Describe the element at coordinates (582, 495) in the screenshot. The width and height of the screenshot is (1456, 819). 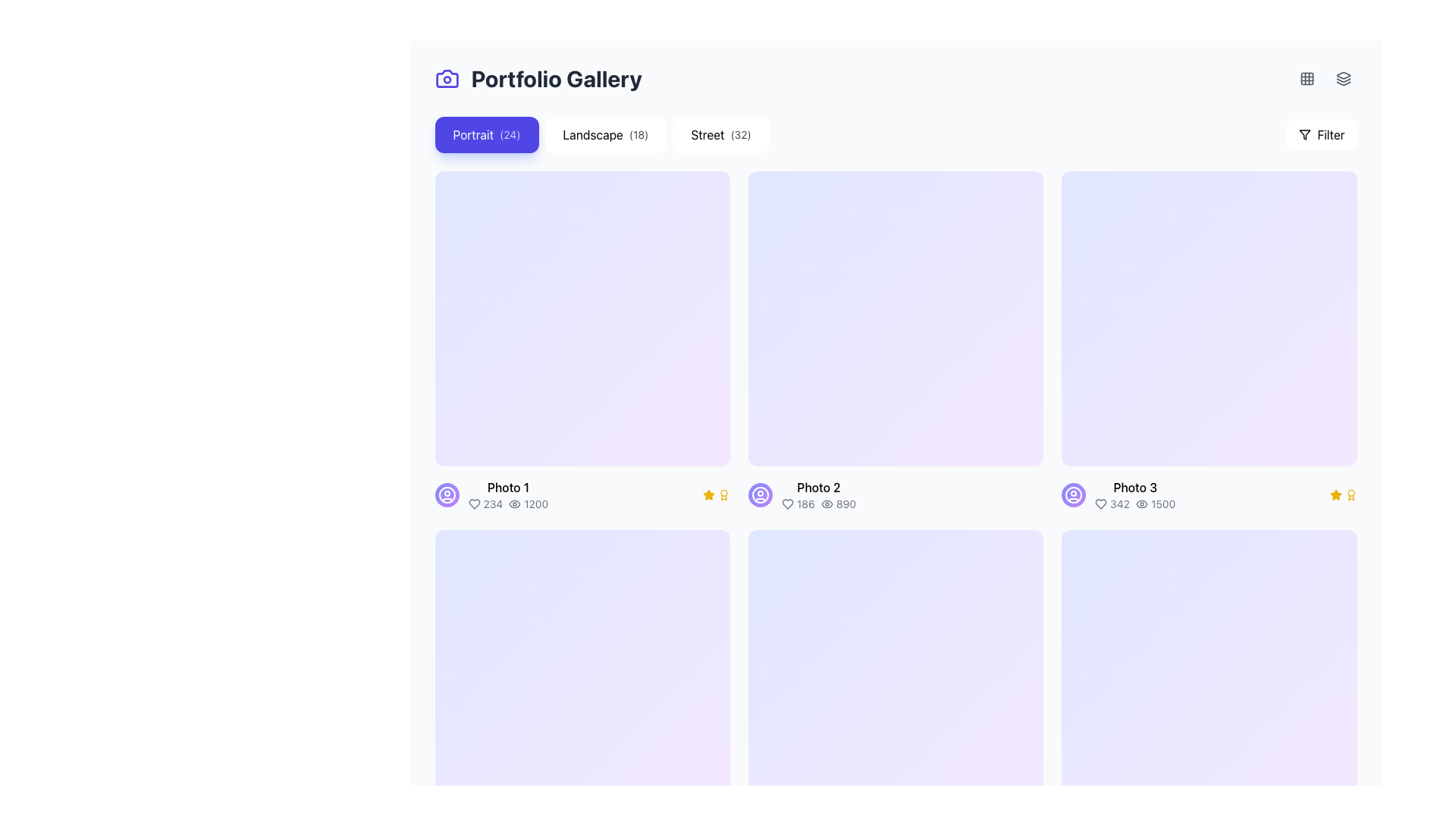
I see `the Information bar with metadata and action icons containing the title 'Photo 1' and action icons for reordering` at that location.